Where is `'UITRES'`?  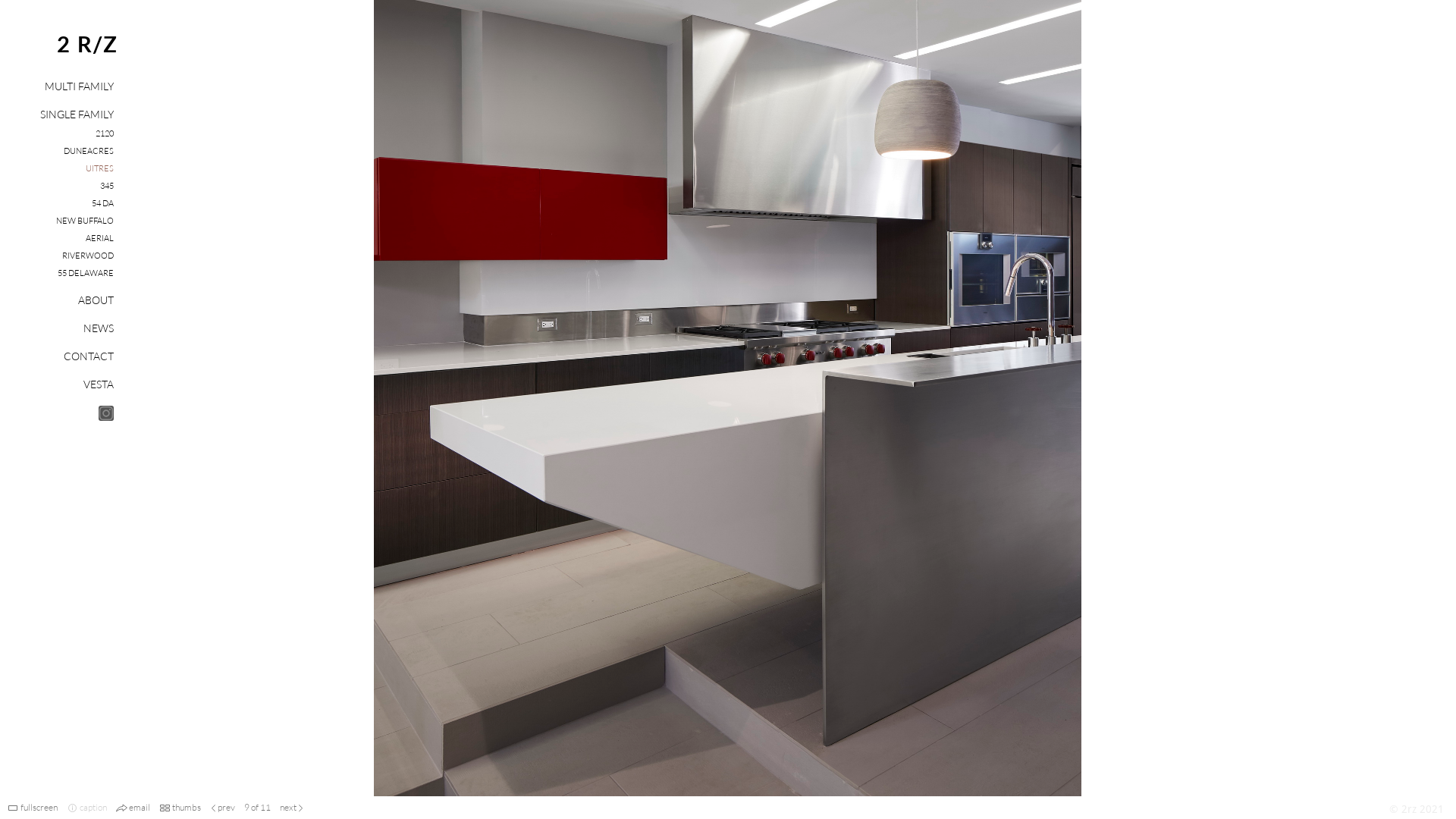
'UITRES' is located at coordinates (85, 168).